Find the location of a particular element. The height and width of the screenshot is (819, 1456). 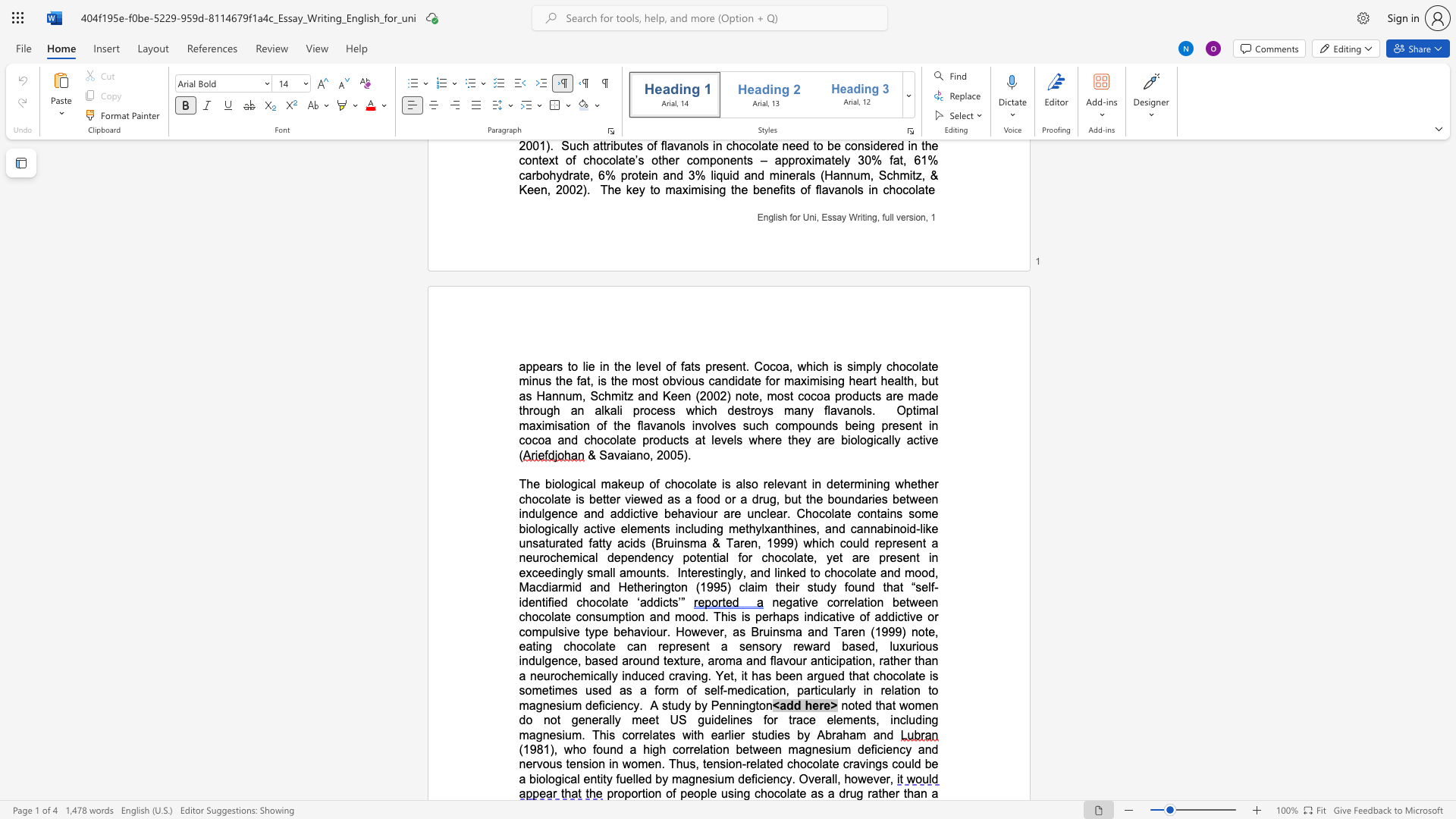

the subset text "ce, based ar" within the text "a sensory reward based, luxurious indulgence, based around texture," is located at coordinates (563, 660).